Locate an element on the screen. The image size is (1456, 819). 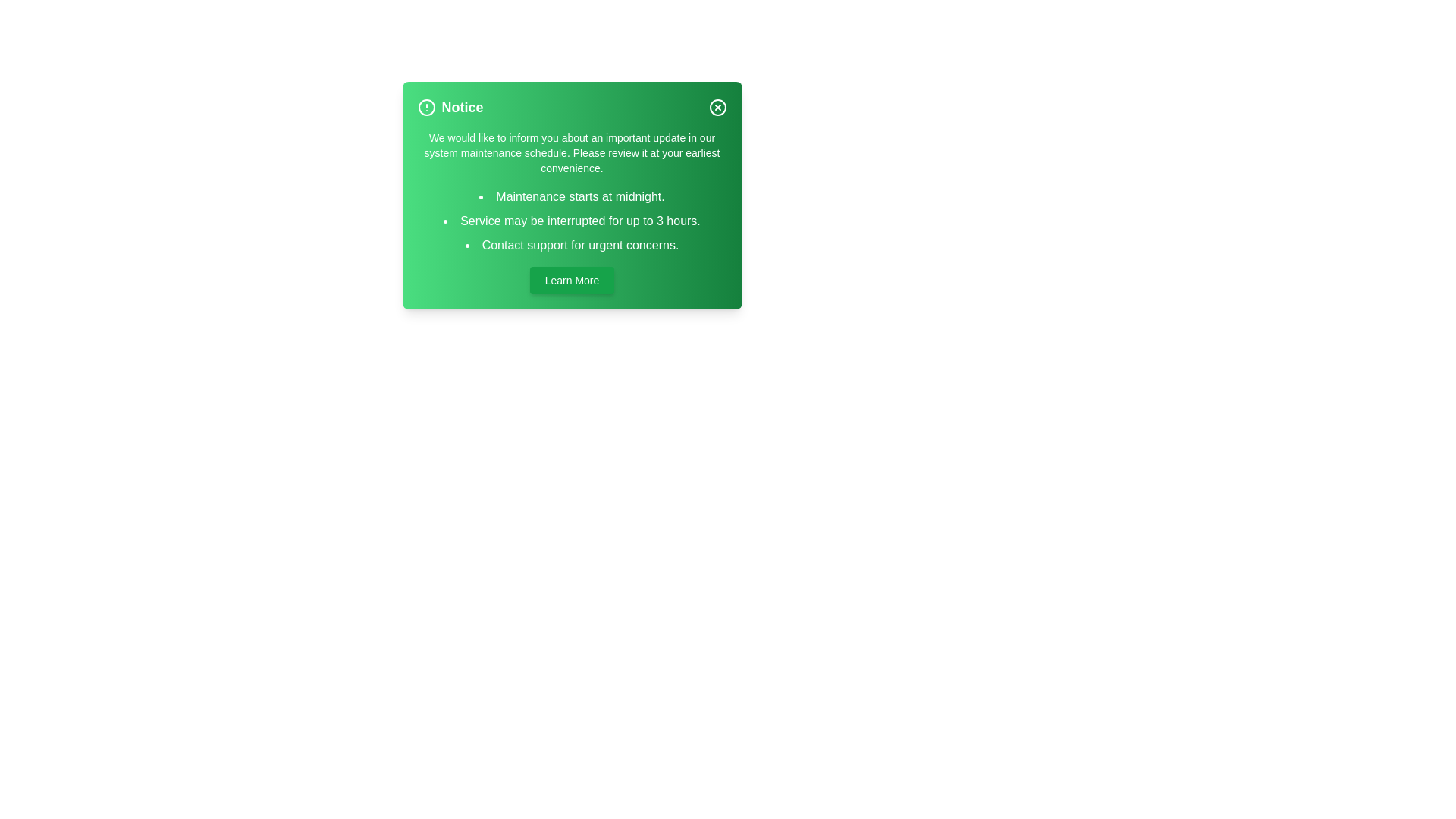
the 'Notice' text label, which is styled as a heading on a green background, located to the right of an alert icon is located at coordinates (461, 107).